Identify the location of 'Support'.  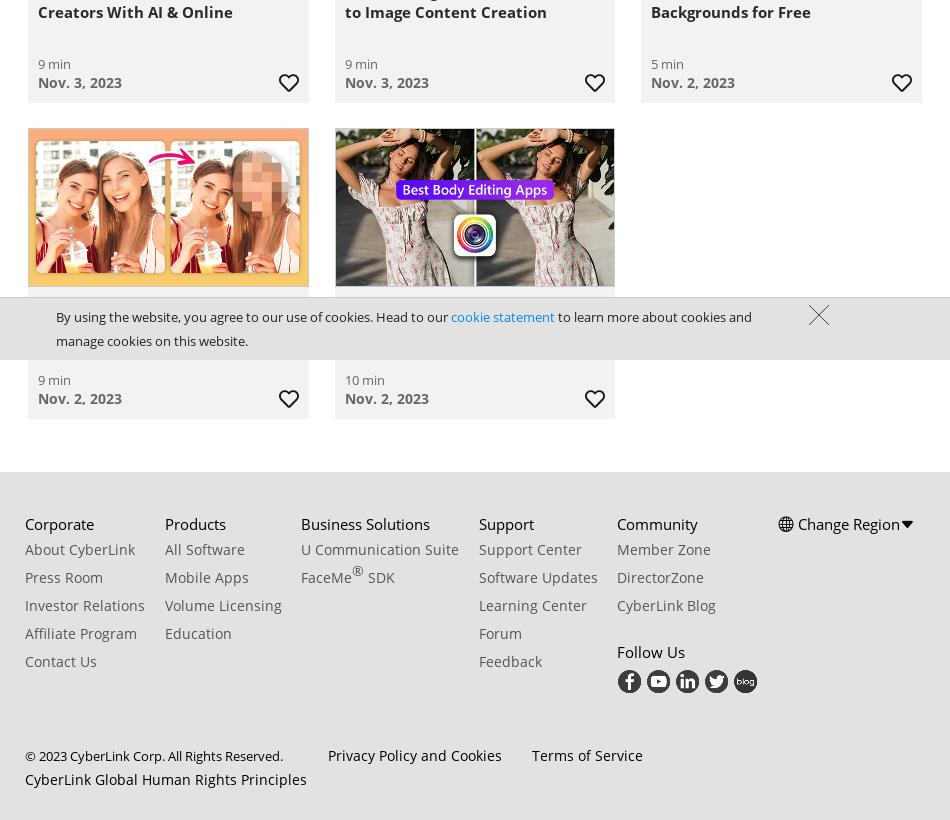
(505, 521).